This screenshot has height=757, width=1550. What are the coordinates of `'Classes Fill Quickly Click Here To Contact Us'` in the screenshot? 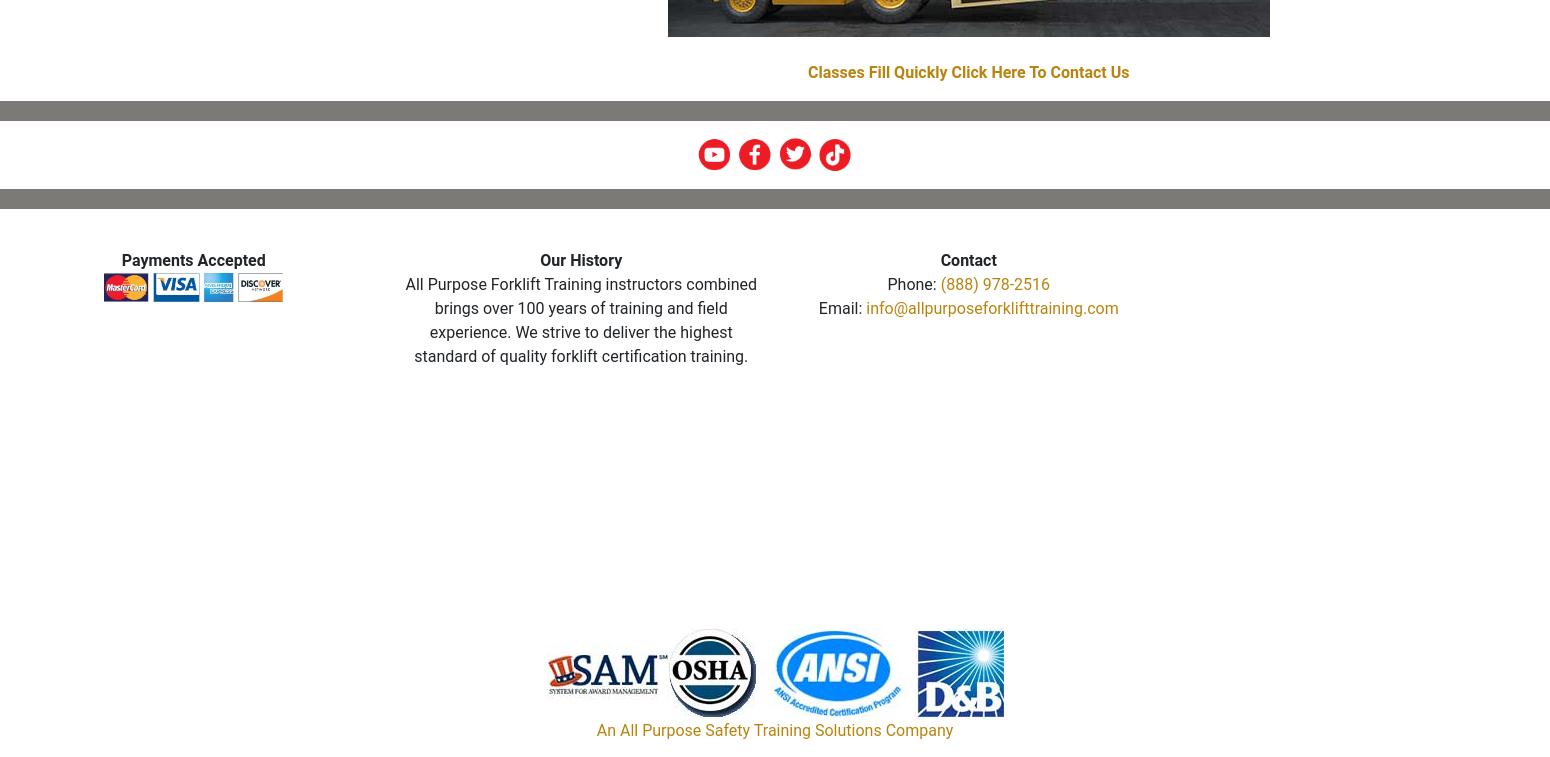 It's located at (967, 71).